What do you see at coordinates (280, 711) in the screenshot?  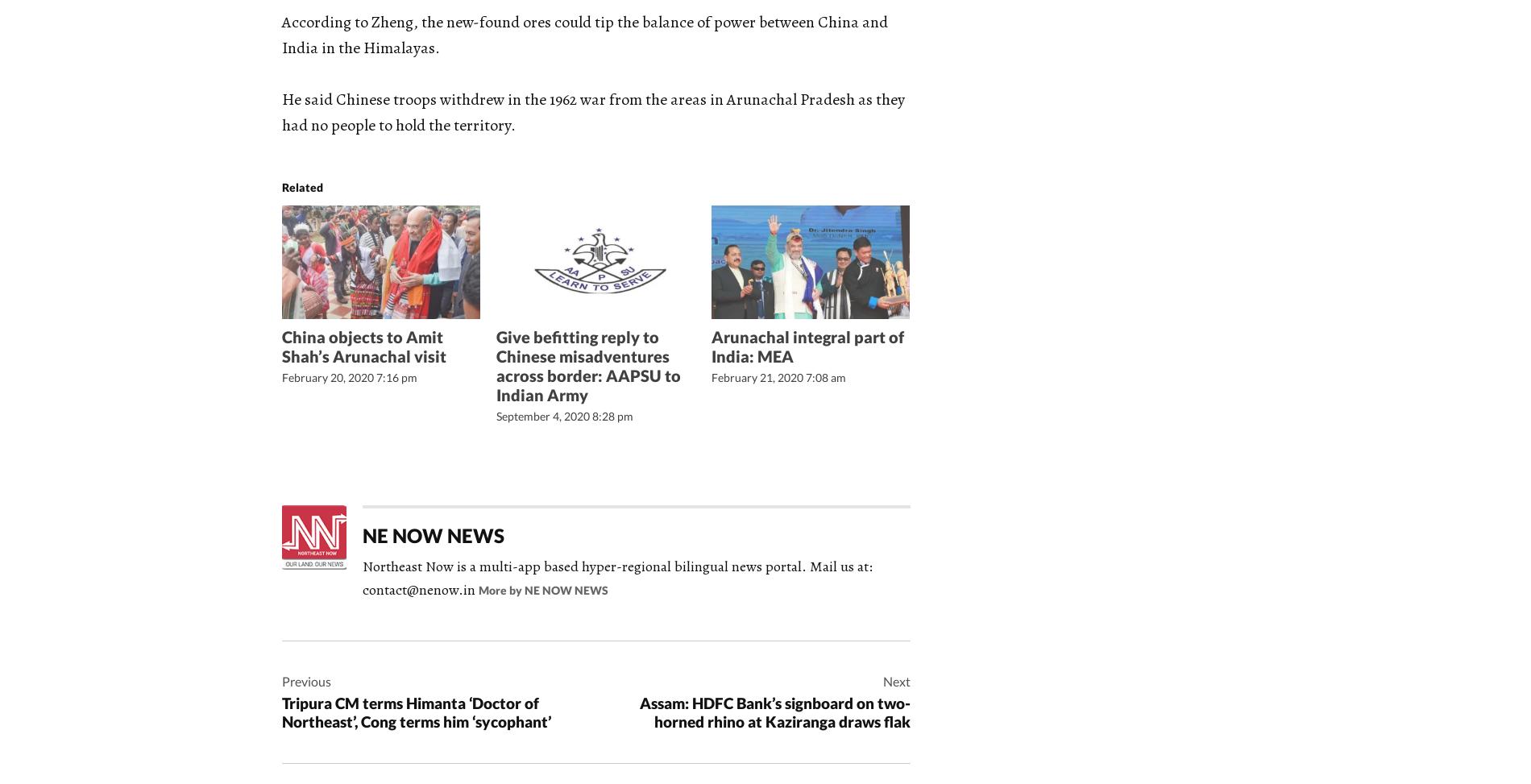 I see `'Tripura CM terms Himanta ‘Doctor of Northeast’, Cong terms him ‘sycophant’'` at bounding box center [280, 711].